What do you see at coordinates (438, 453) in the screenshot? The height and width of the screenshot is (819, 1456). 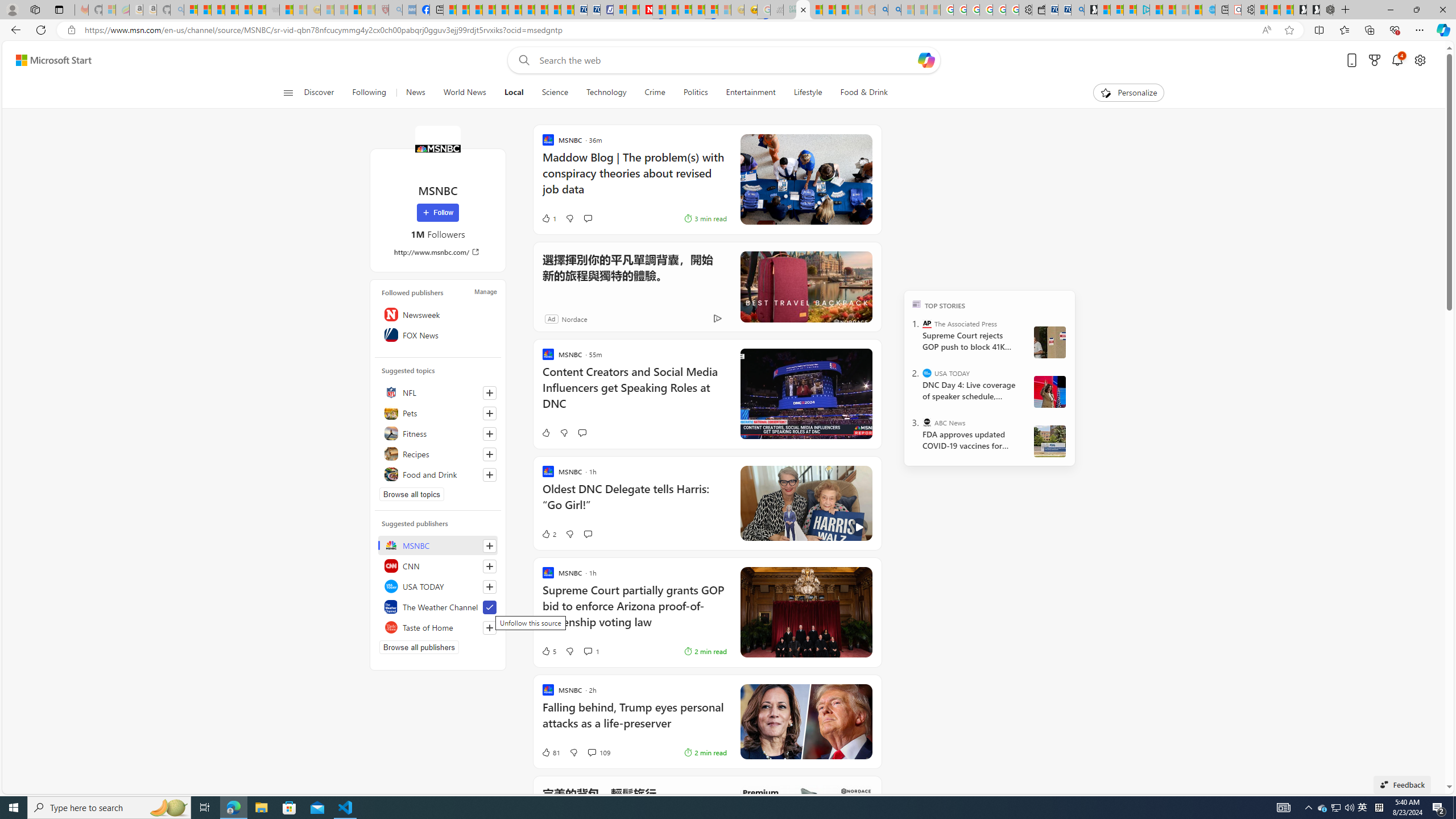 I see `'Recipes'` at bounding box center [438, 453].